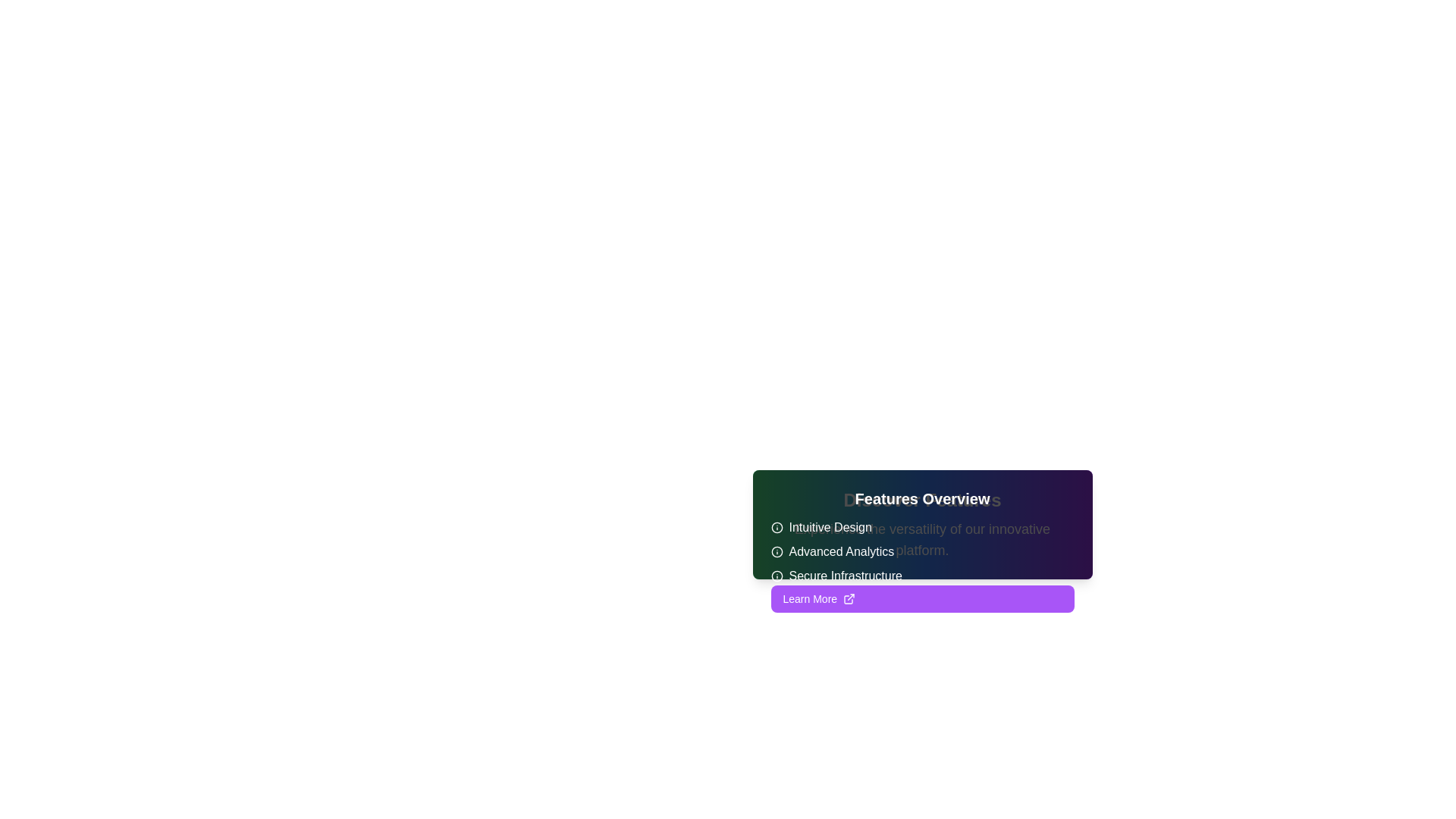 The image size is (1456, 819). I want to click on the circular SVG icon representing a feature in the overview section, located to the left of the 'Advanced Analytics' list item, positioned between 'Intuitive Design' and 'Secure Infrastructure', so click(777, 552).